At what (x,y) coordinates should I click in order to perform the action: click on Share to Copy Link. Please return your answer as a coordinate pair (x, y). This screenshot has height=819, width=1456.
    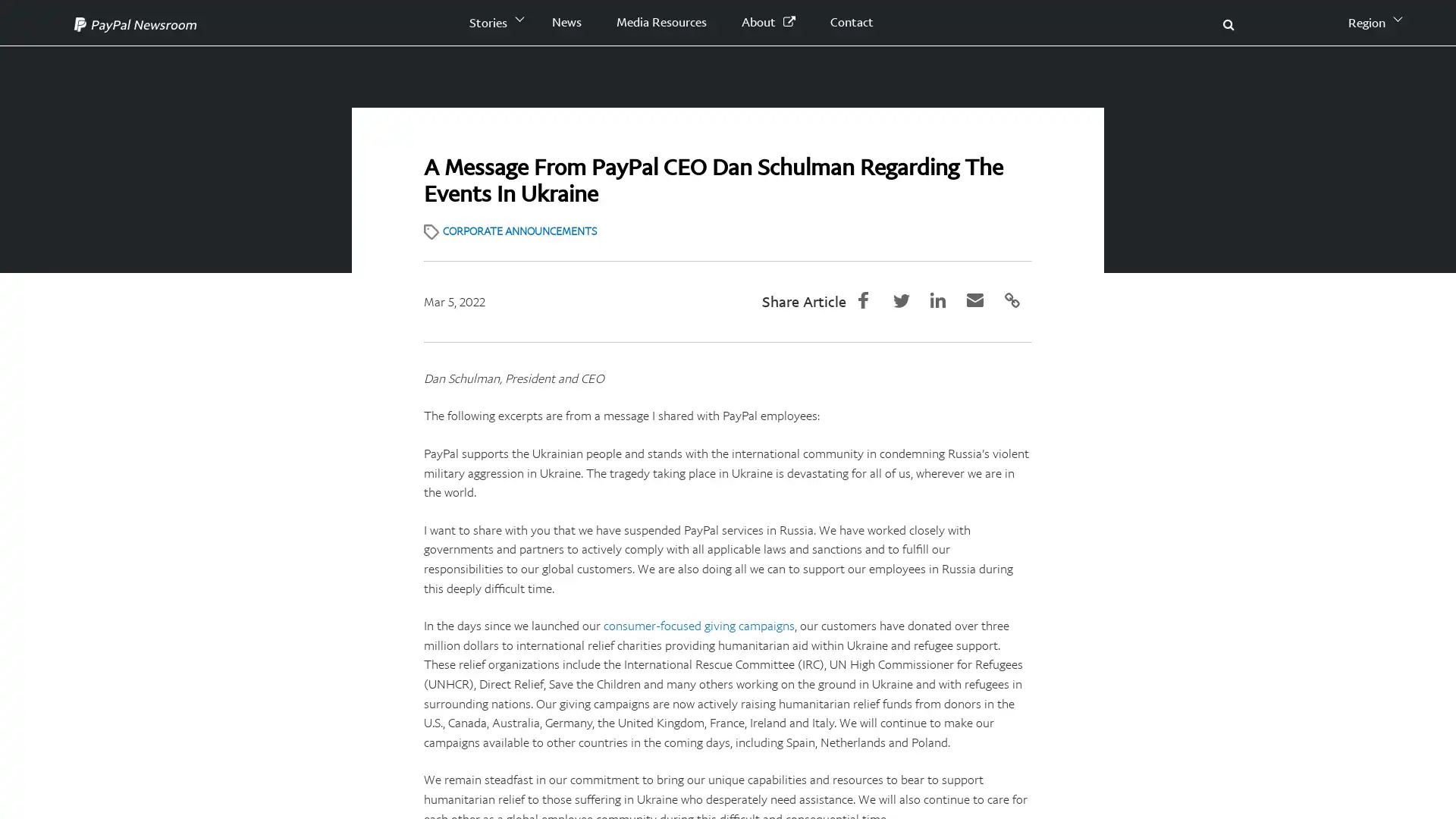
    Looking at the image, I should click on (1015, 299).